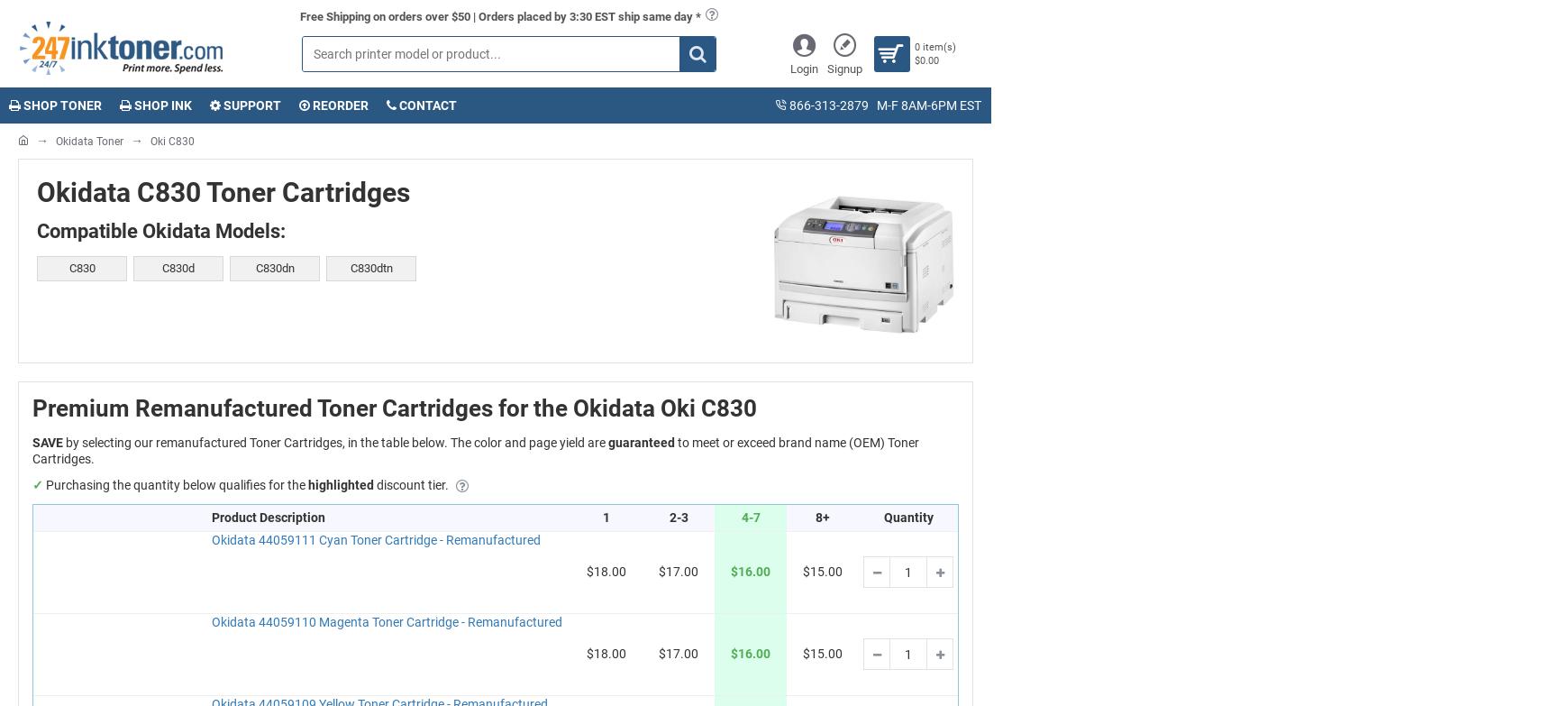  What do you see at coordinates (843, 69) in the screenshot?
I see `'Signup'` at bounding box center [843, 69].